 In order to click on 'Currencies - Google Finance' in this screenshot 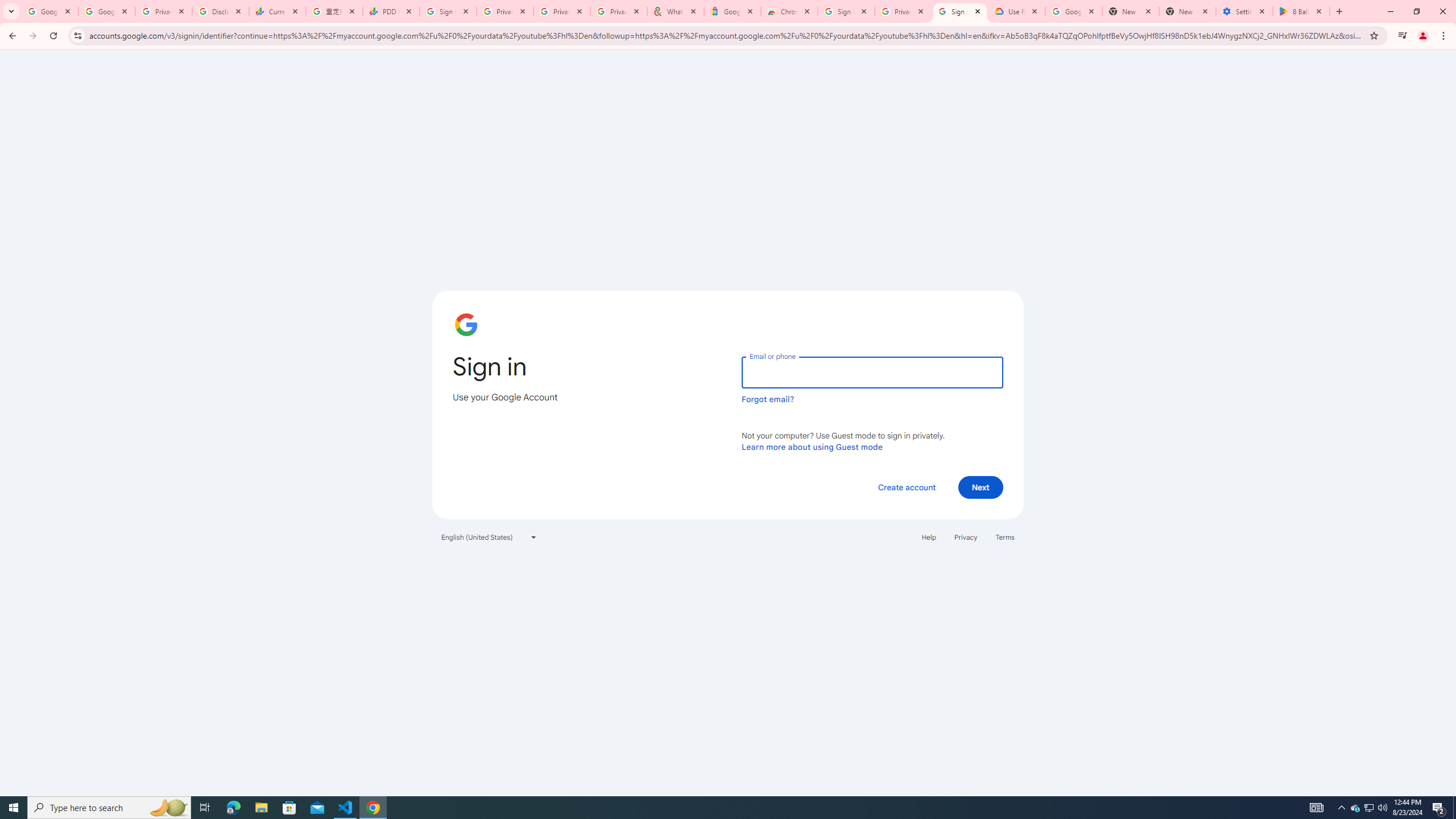, I will do `click(278, 11)`.